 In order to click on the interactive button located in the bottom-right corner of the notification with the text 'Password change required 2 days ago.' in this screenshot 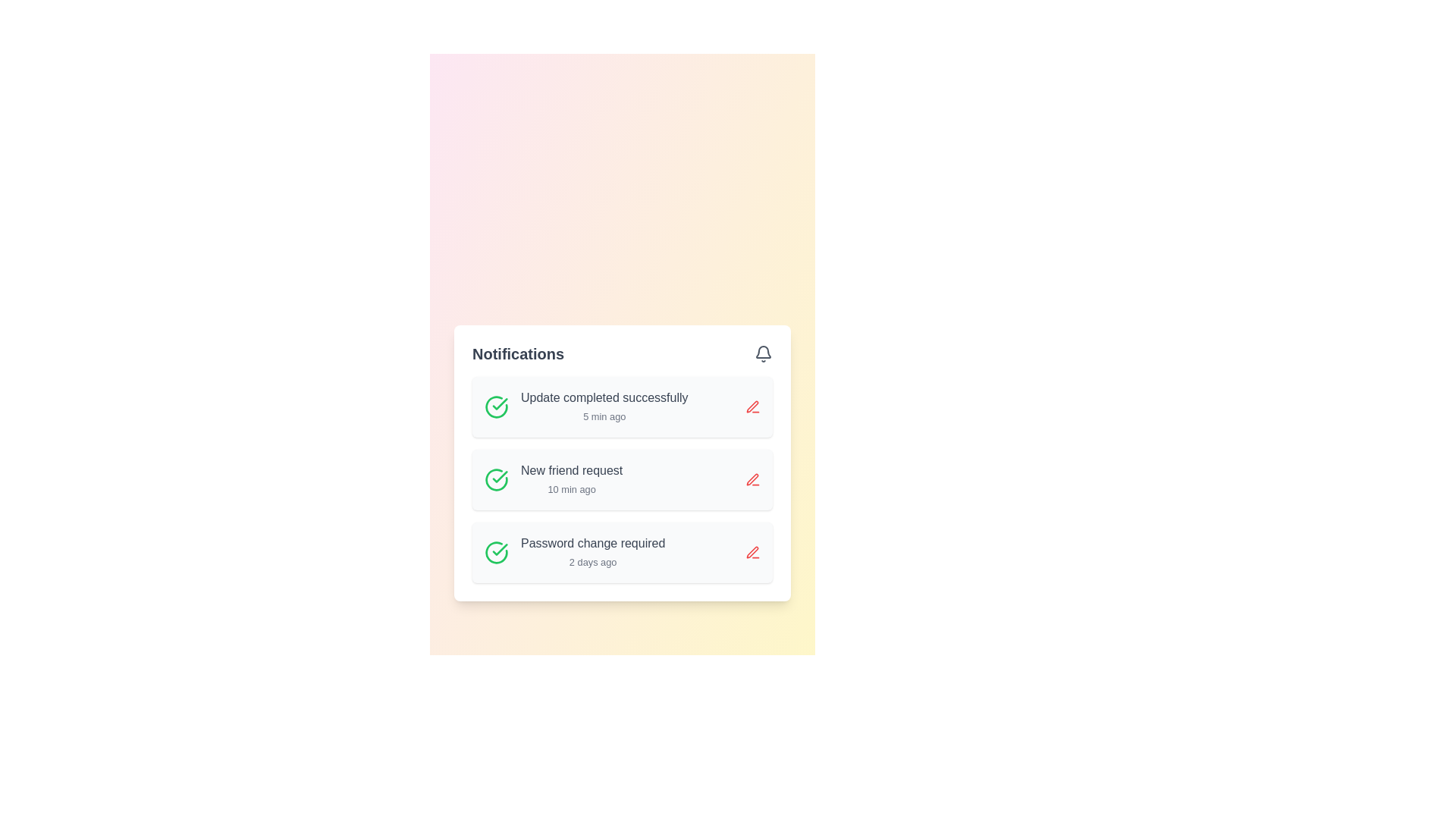, I will do `click(753, 553)`.